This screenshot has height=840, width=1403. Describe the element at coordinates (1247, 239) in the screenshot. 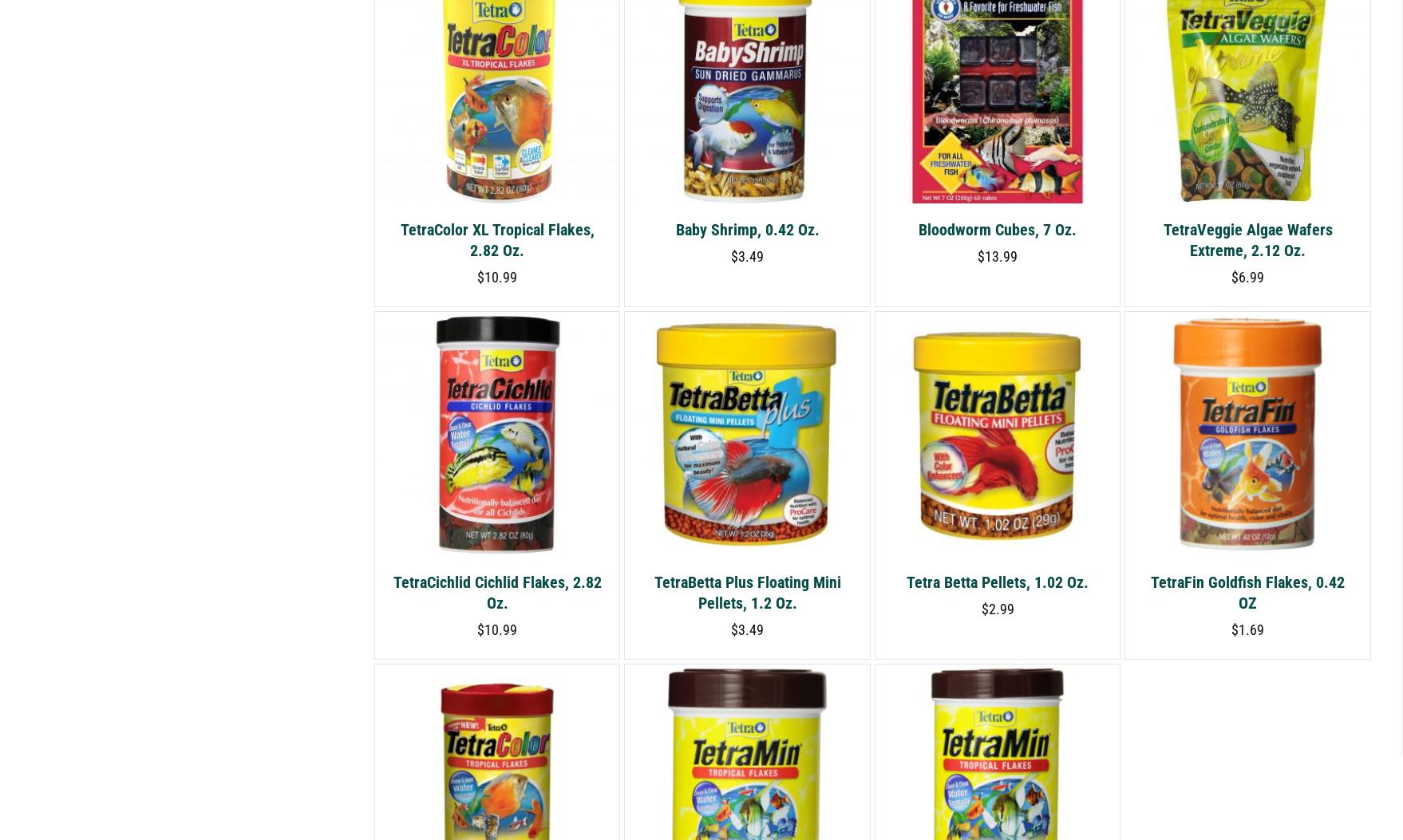

I see `'TetraVeggie Algae Wafers Extreme, 2.12 oz.'` at that location.